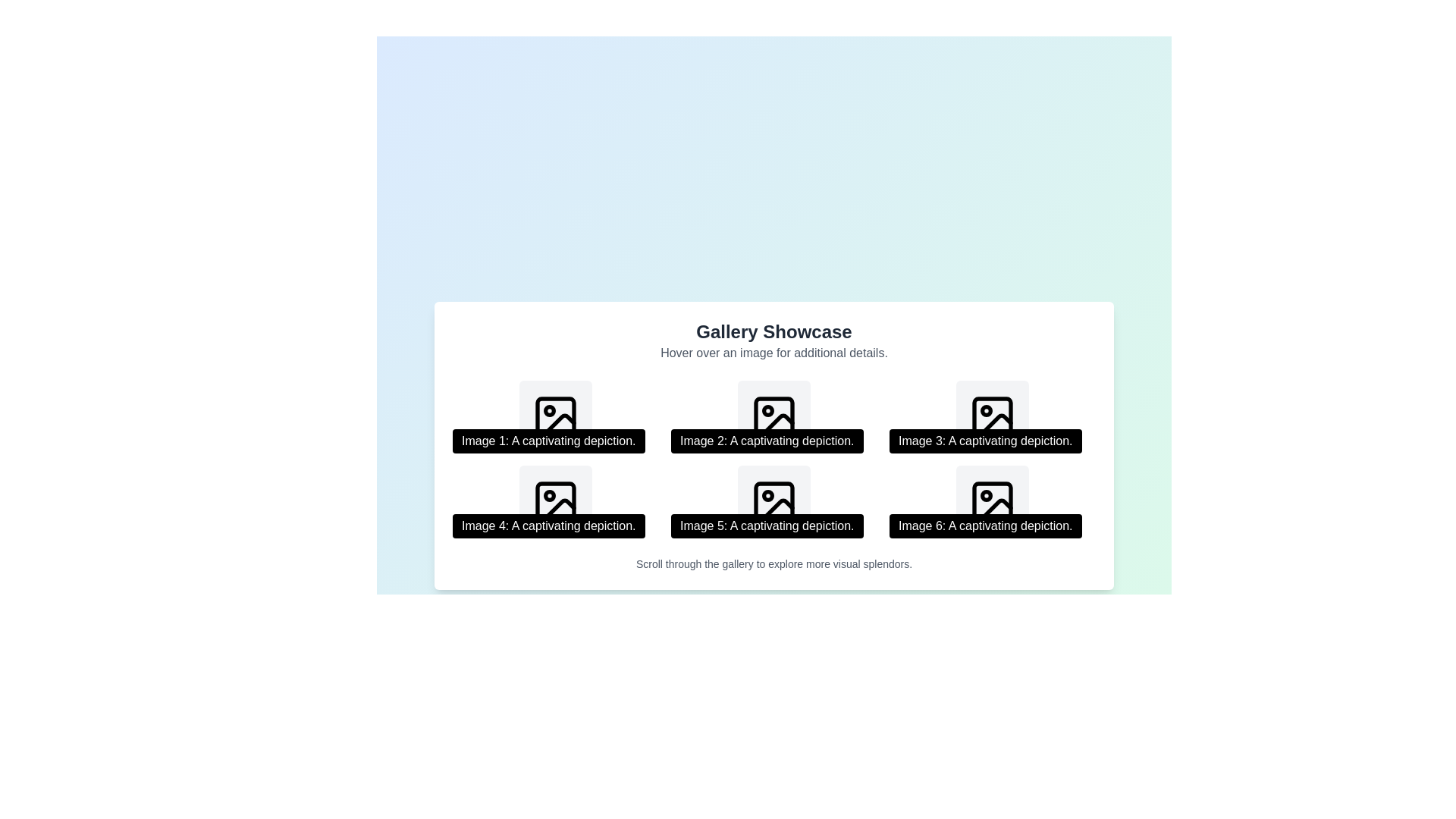 This screenshot has height=819, width=1456. Describe the element at coordinates (986, 496) in the screenshot. I see `the decorative Circle located in the sixth image slot of the gallery layout, positioned near the top-left corner of its square image frame` at that location.